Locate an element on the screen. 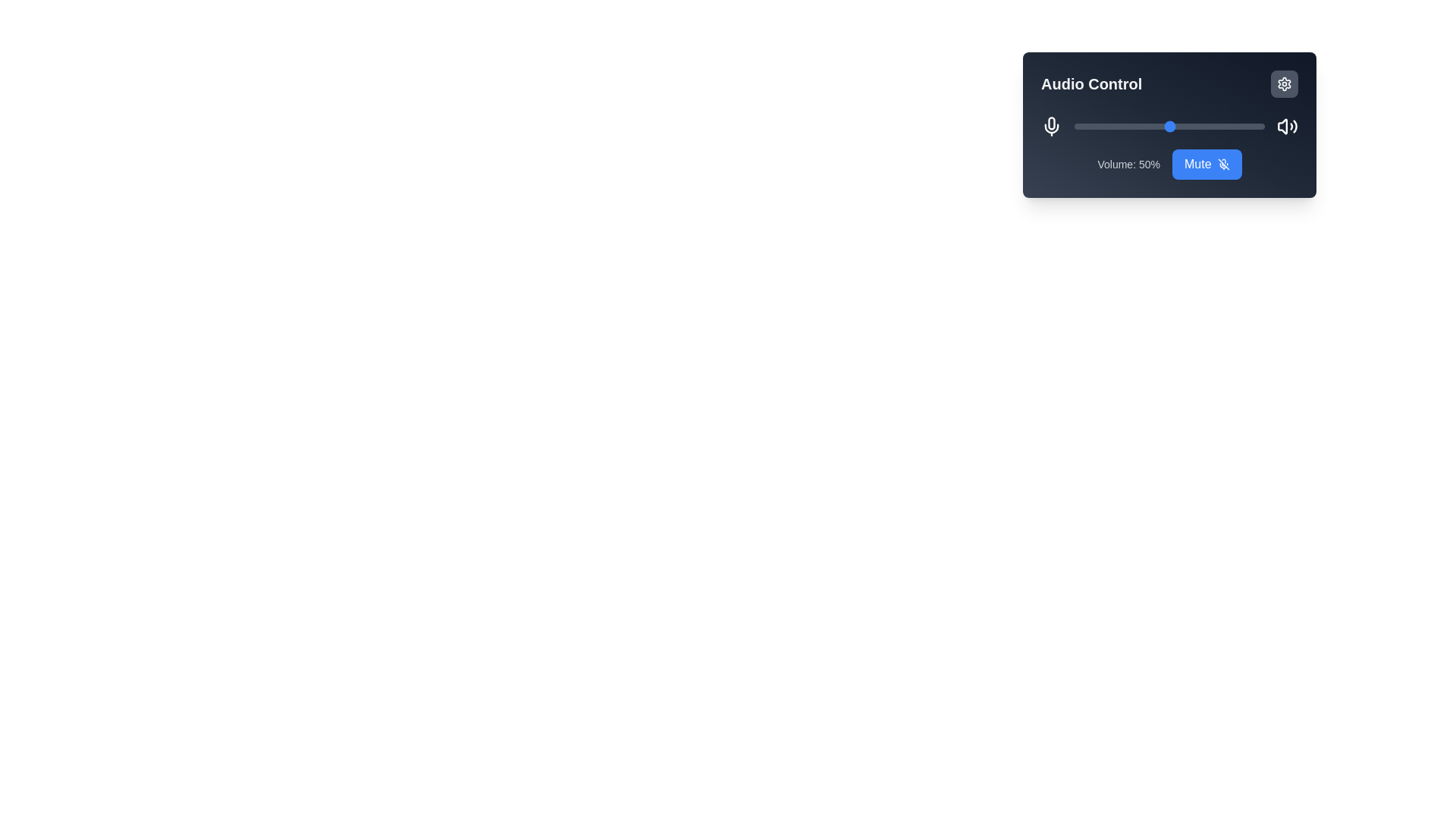 Image resolution: width=1456 pixels, height=819 pixels. the audio volume is located at coordinates (1213, 125).